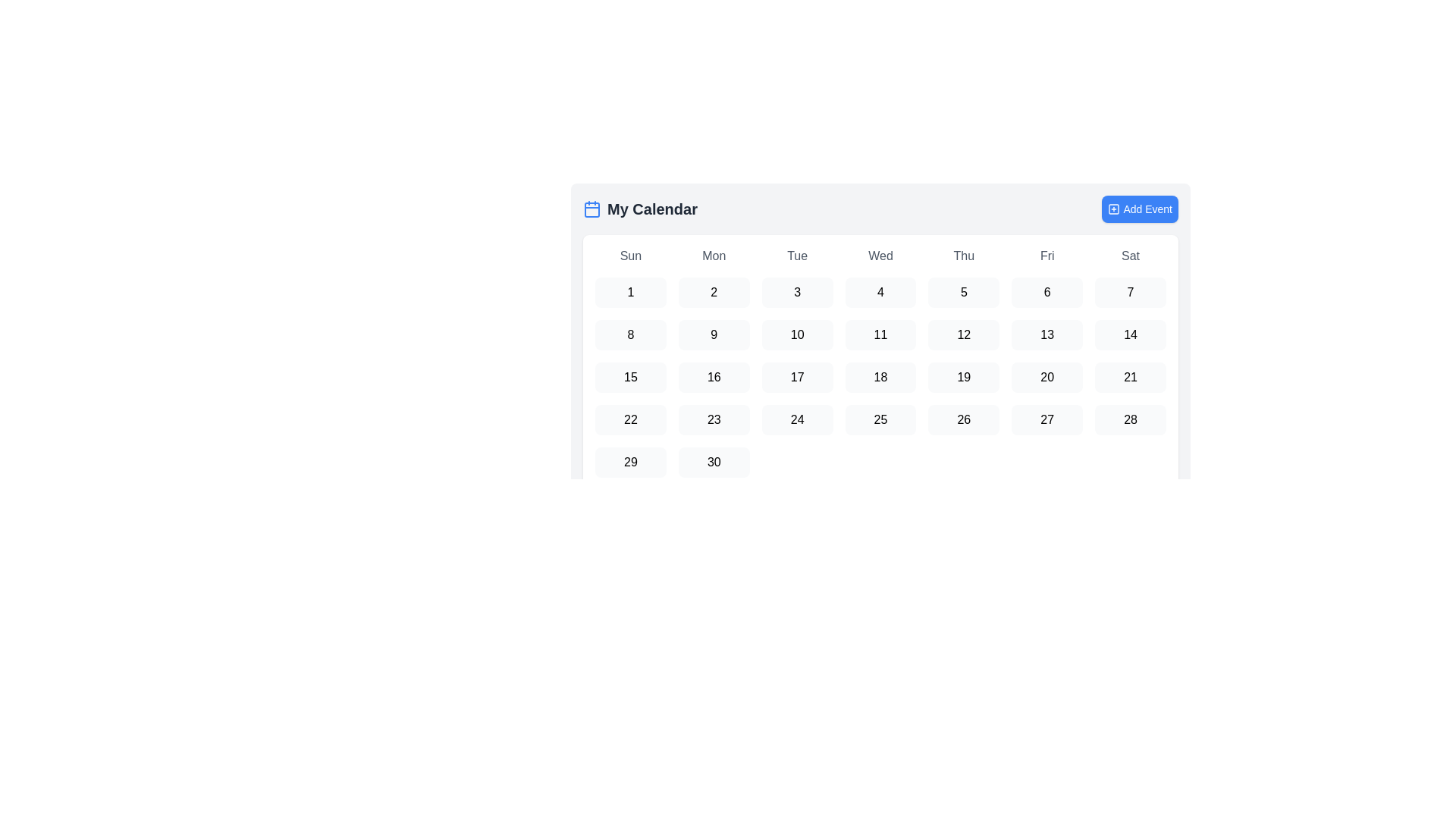 The height and width of the screenshot is (819, 1456). I want to click on the Calendar day tile displaying the number '5' in the first row under the 'Thu' column for keyboard navigation, so click(963, 292).